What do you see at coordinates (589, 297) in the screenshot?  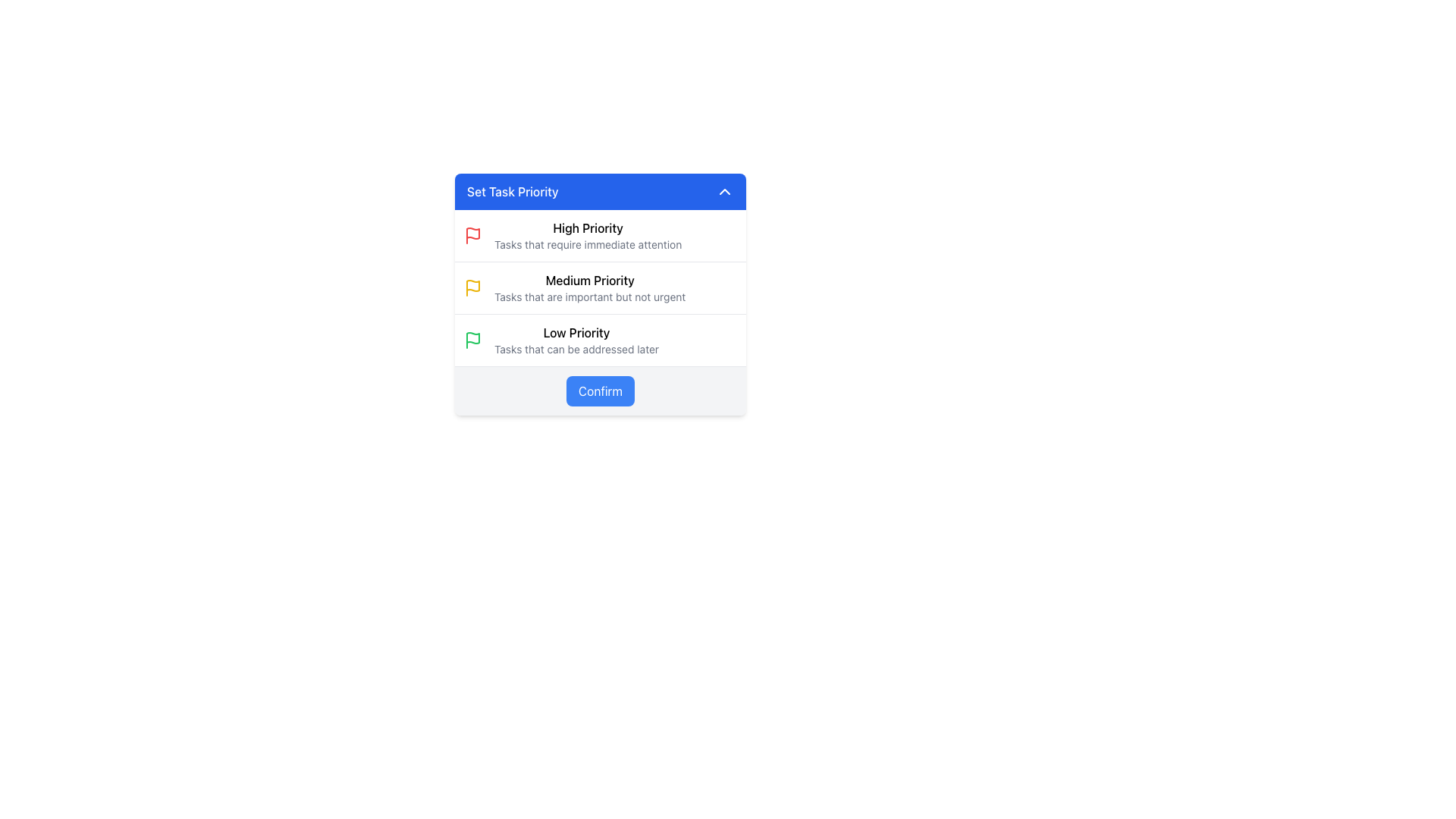 I see `text label providing additional details about the 'Medium Priority' option, located underneath the yellow-flag icon and 'Medium Priority' heading in the 'Set Task Priority' modal interface` at bounding box center [589, 297].